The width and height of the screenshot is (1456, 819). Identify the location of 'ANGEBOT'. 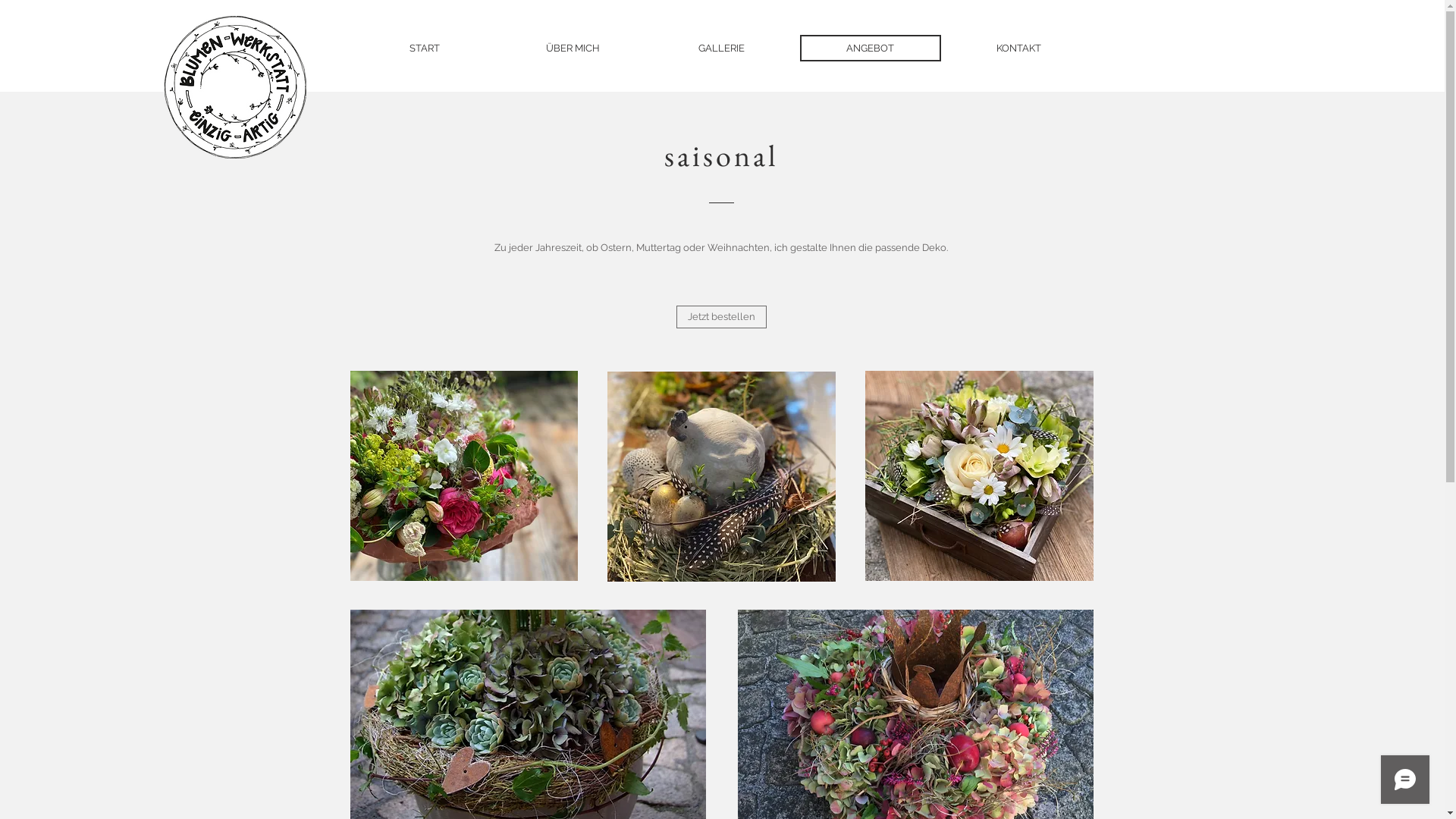
(870, 47).